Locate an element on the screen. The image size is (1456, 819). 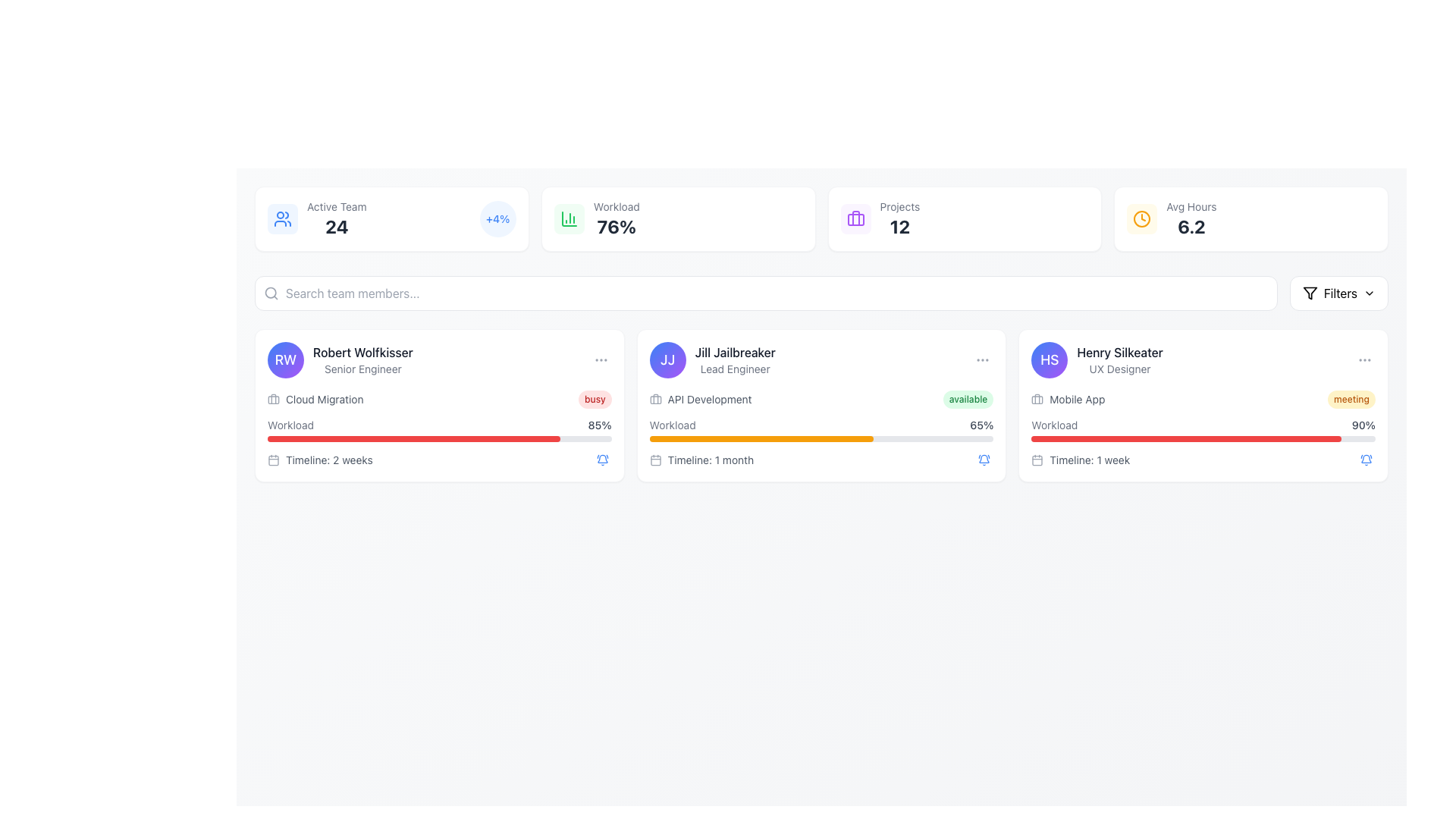
the filled section of the progress bar indicating 65% workload within the 'Workload' section of the card labeled 'Jill Jailbreaker' is located at coordinates (761, 438).